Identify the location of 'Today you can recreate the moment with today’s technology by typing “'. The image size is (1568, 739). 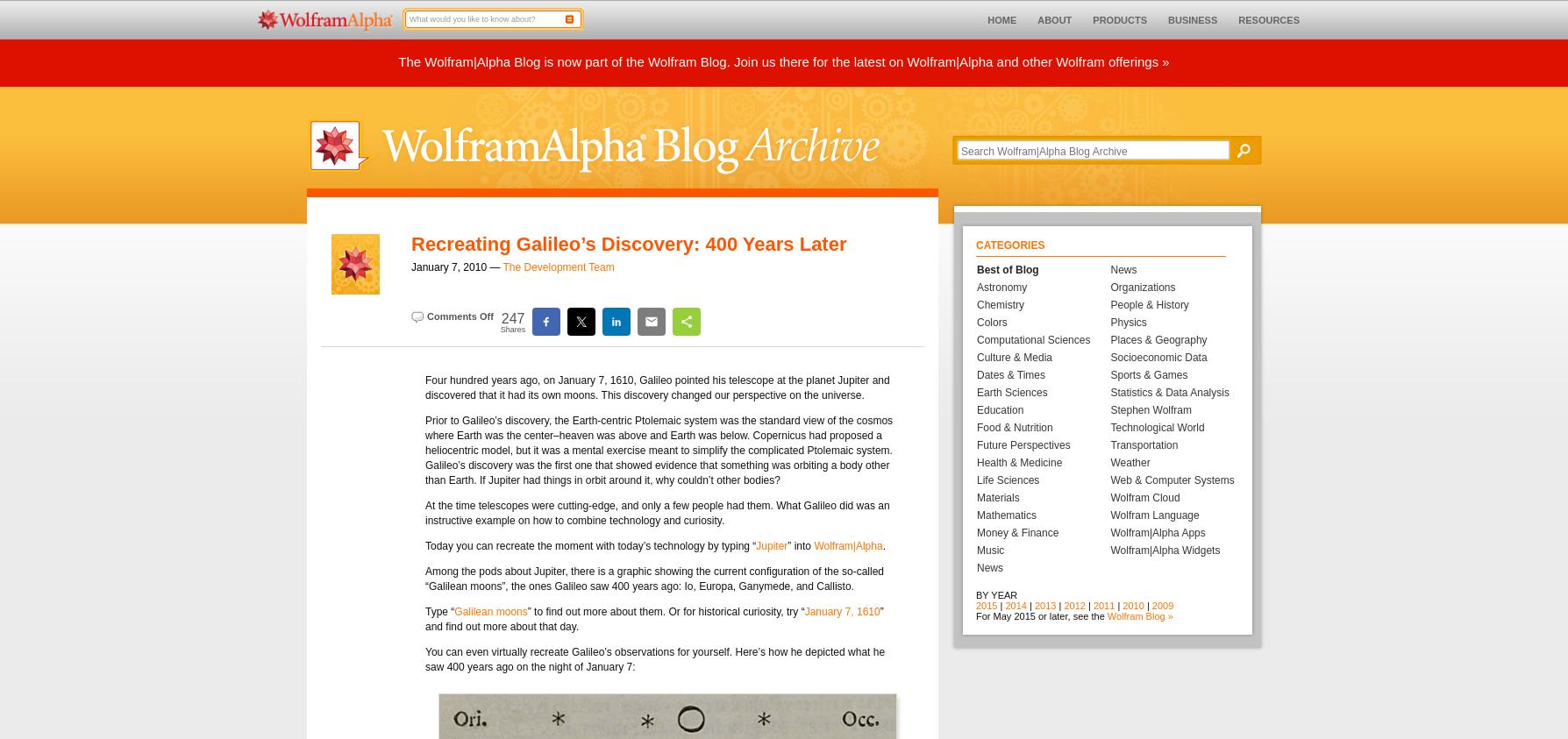
(589, 544).